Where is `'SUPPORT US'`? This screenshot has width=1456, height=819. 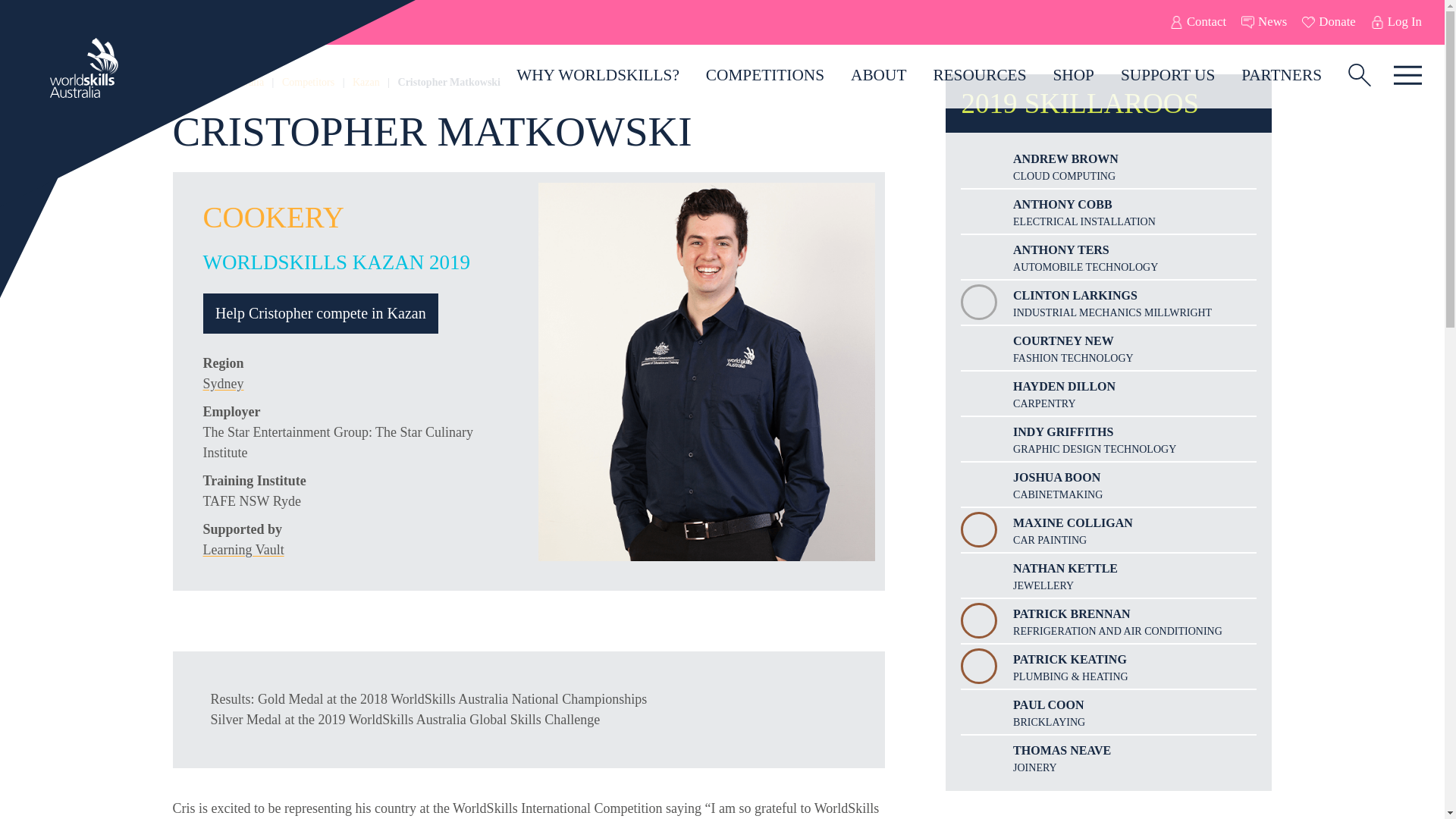 'SUPPORT US' is located at coordinates (1106, 75).